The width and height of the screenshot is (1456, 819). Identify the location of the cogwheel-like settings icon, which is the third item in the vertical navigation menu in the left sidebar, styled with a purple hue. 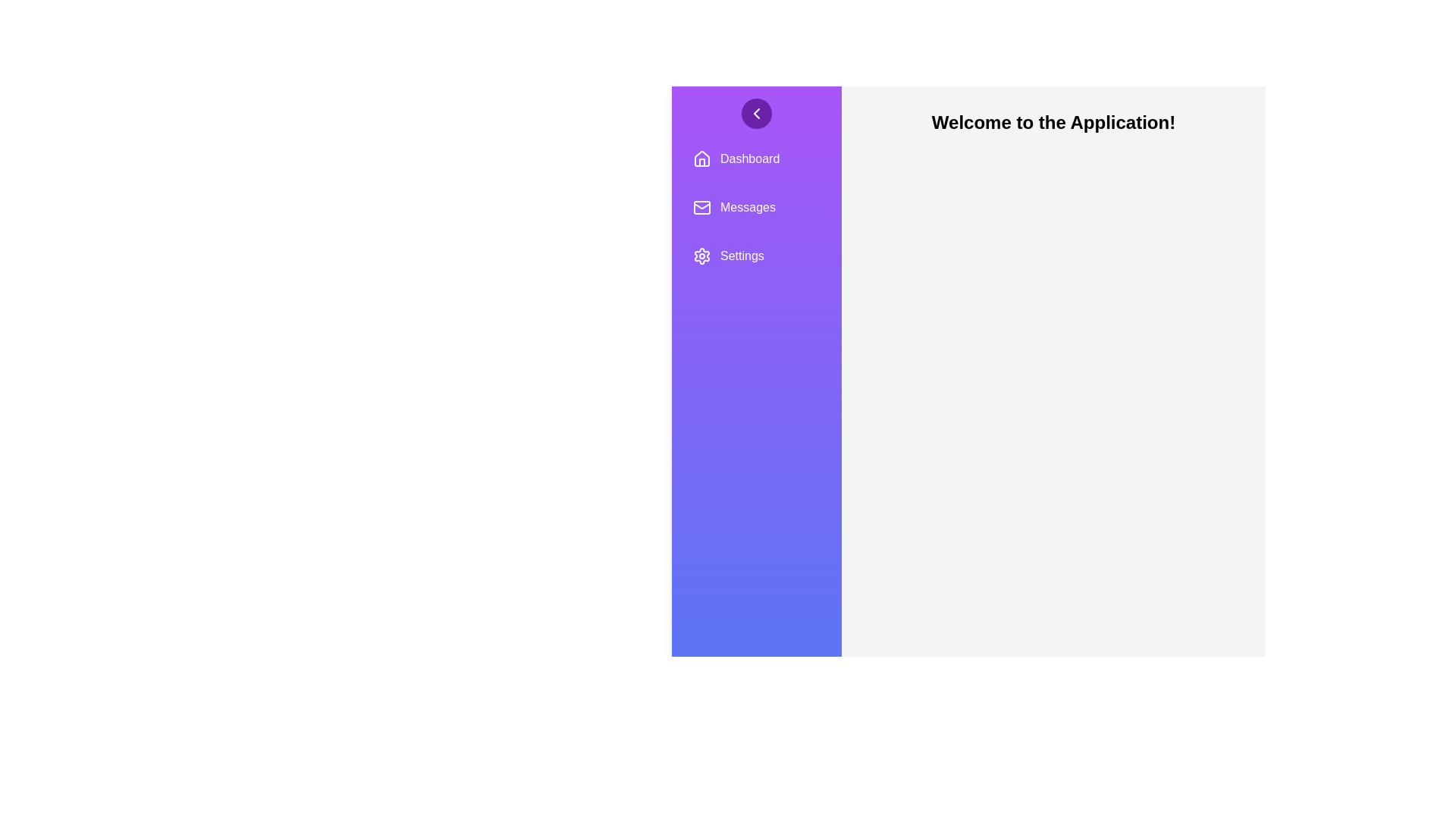
(701, 256).